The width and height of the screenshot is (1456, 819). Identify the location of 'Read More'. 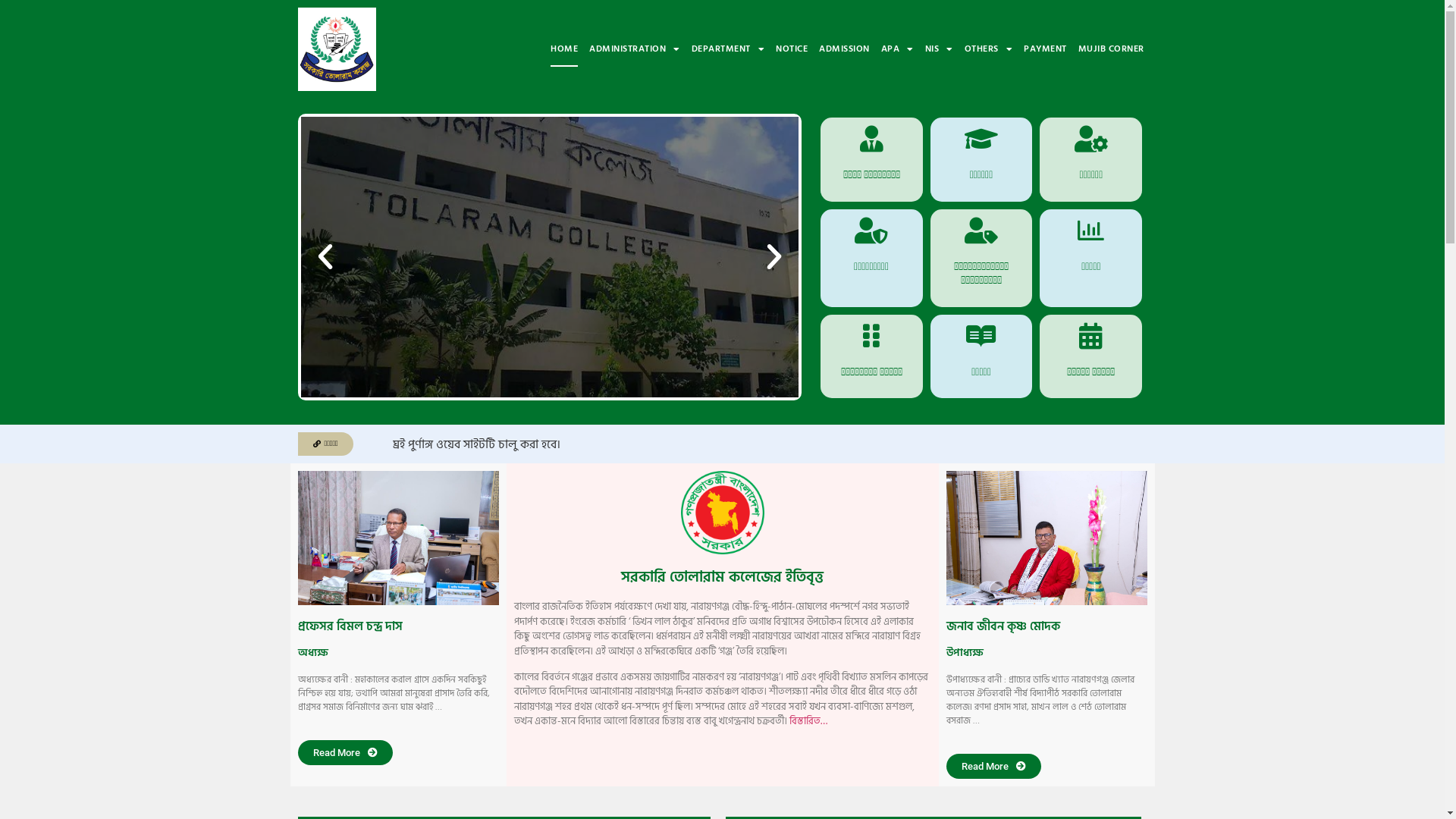
(297, 752).